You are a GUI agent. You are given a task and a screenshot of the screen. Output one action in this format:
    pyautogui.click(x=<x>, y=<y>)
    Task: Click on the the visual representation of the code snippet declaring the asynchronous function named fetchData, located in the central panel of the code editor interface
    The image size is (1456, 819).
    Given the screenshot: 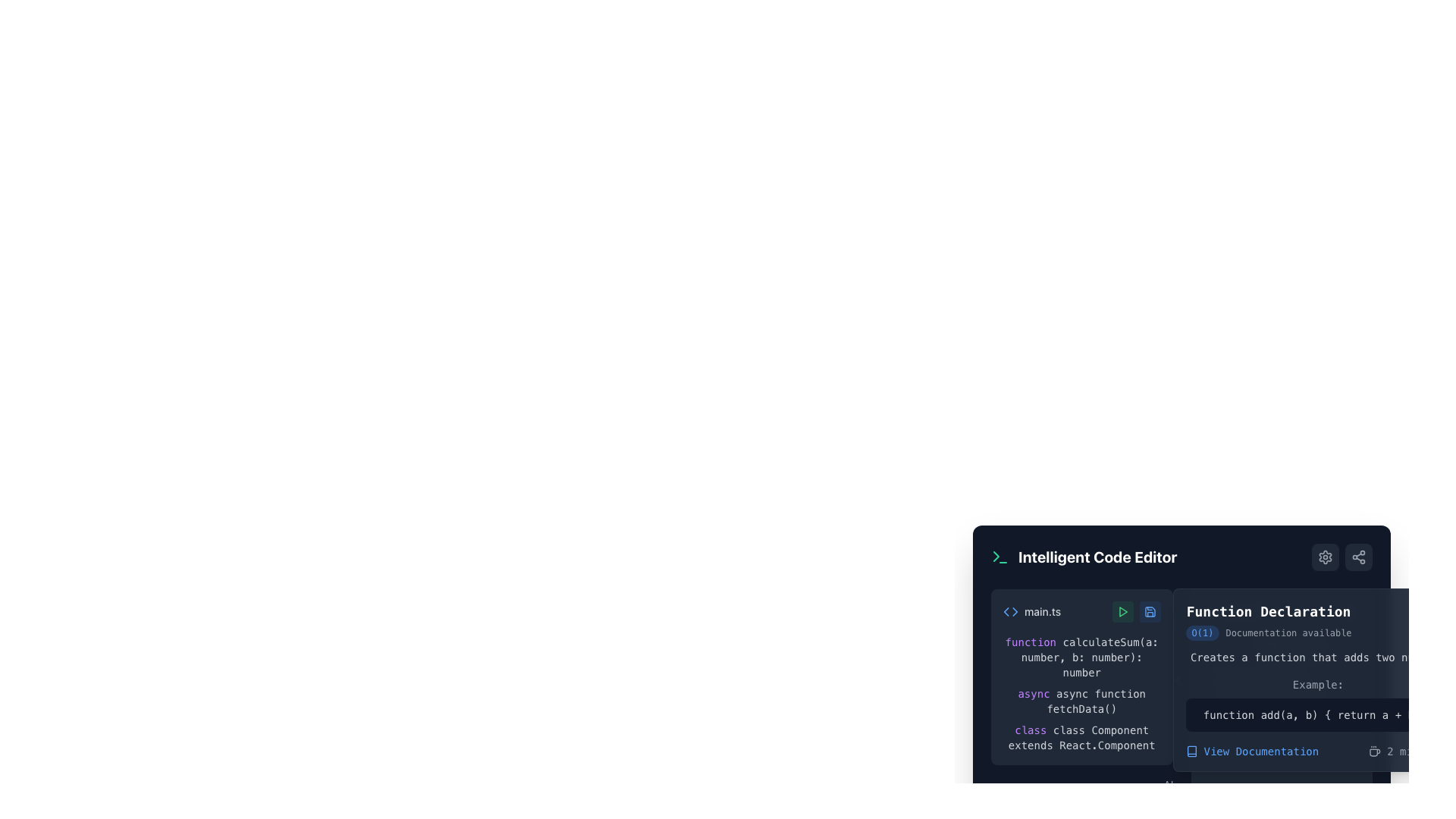 What is the action you would take?
    pyautogui.click(x=1081, y=701)
    